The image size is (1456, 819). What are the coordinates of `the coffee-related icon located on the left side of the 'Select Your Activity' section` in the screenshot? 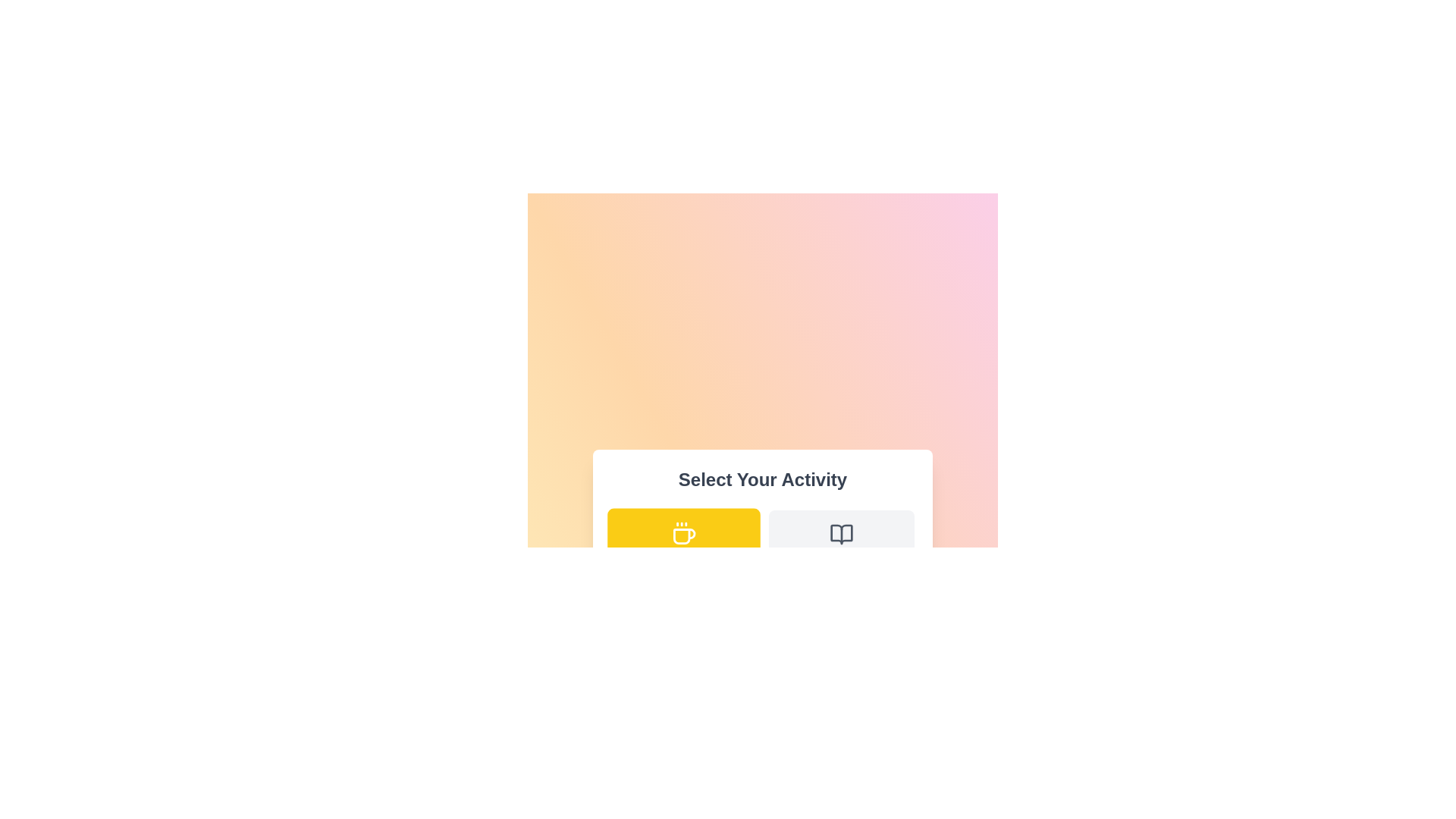 It's located at (683, 533).